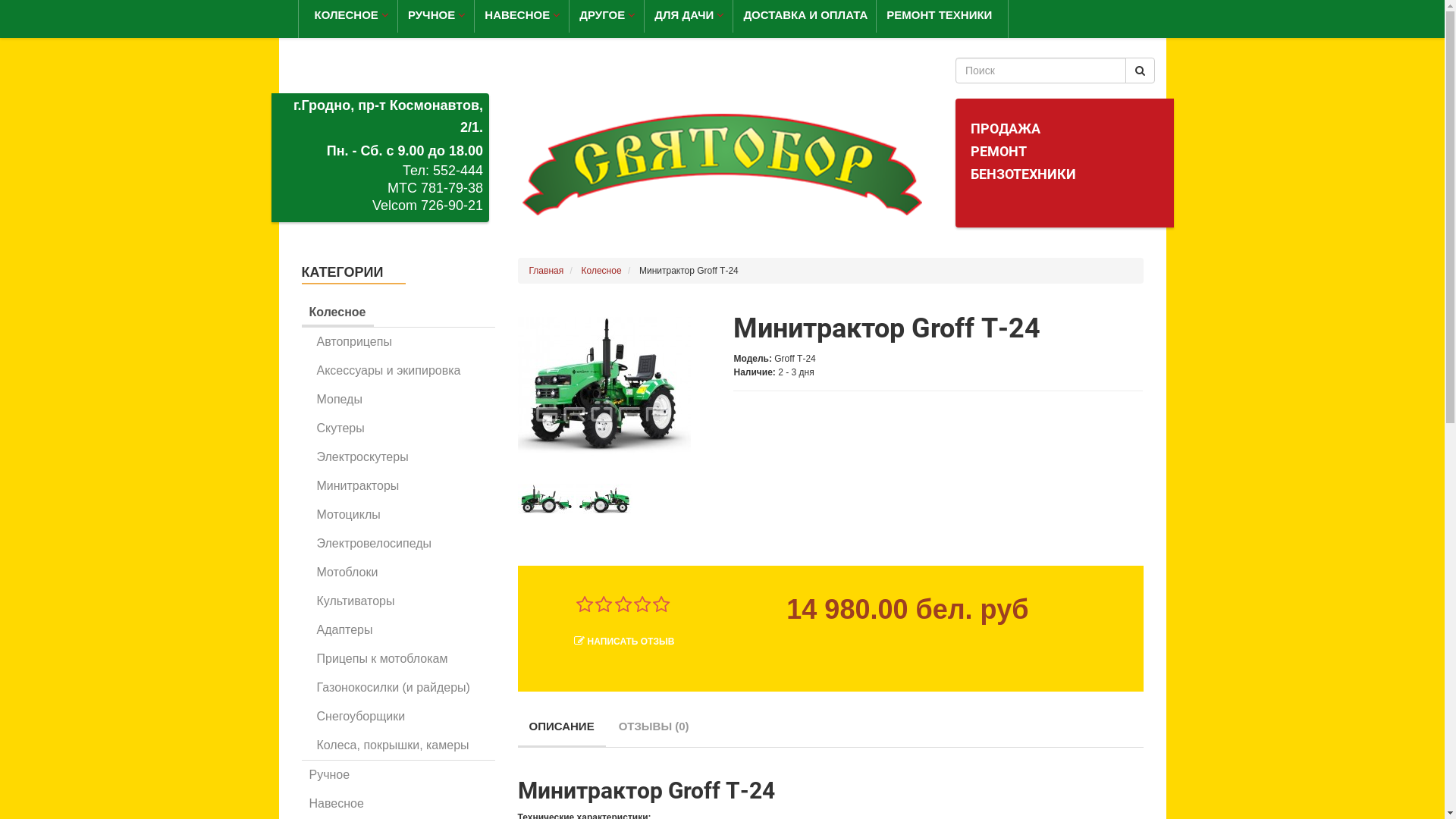  I want to click on '726-90-21', so click(450, 205).